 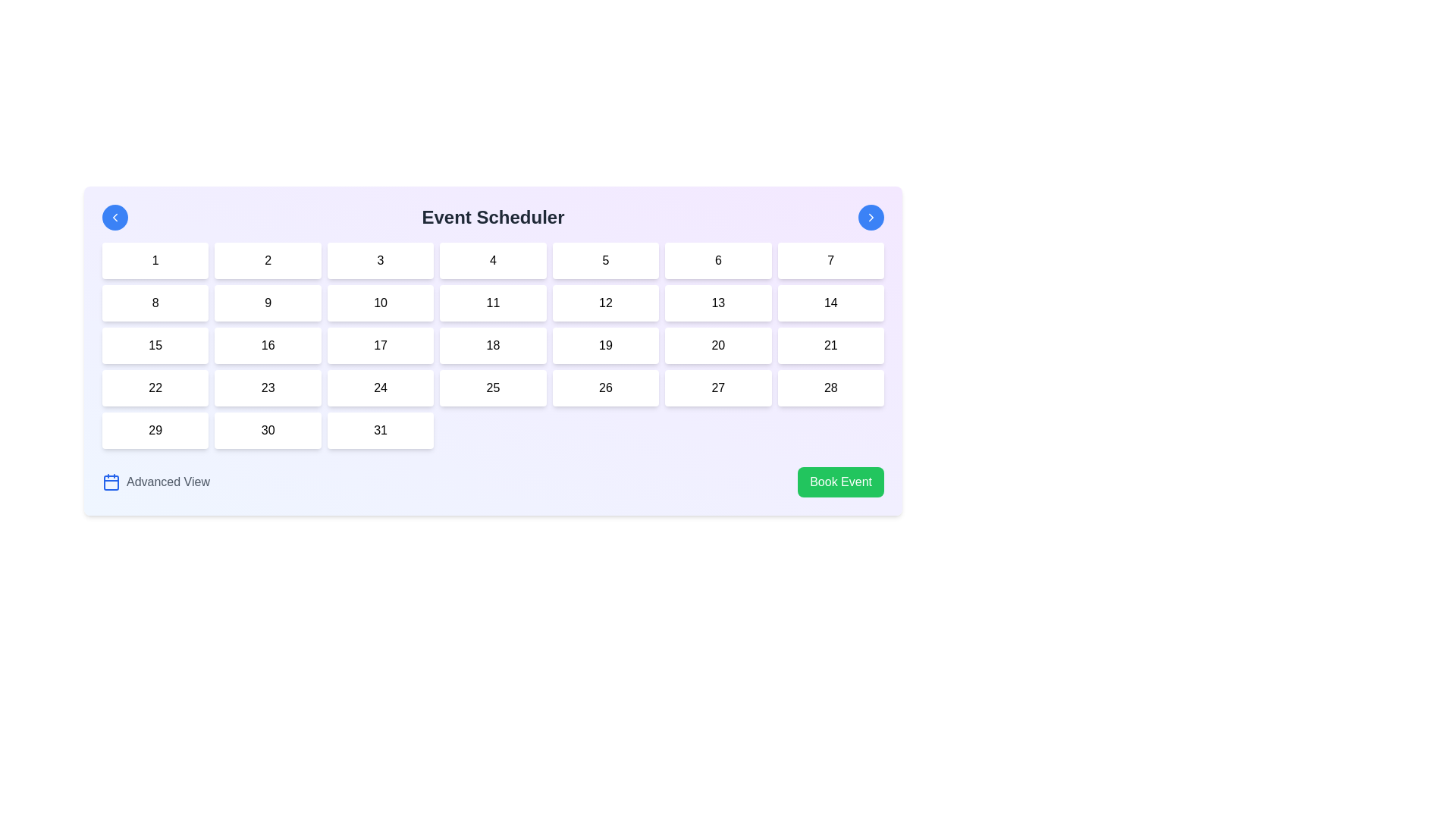 I want to click on the button representing a selectable number in the calendar view located in the second row and first column of the grid layout, so click(x=155, y=303).